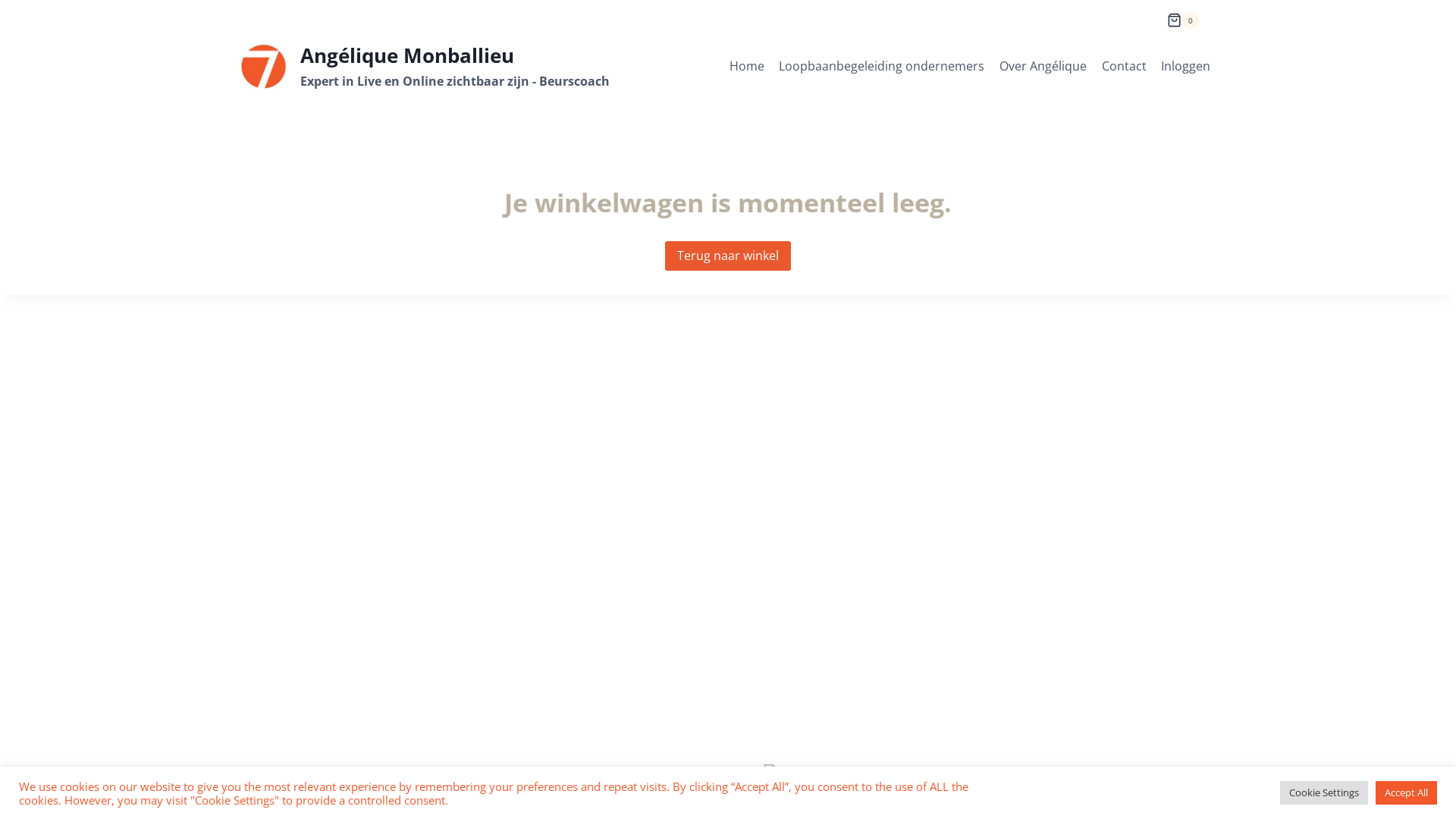 The height and width of the screenshot is (819, 1456). What do you see at coordinates (728, 254) in the screenshot?
I see `'Terug naar winkel'` at bounding box center [728, 254].